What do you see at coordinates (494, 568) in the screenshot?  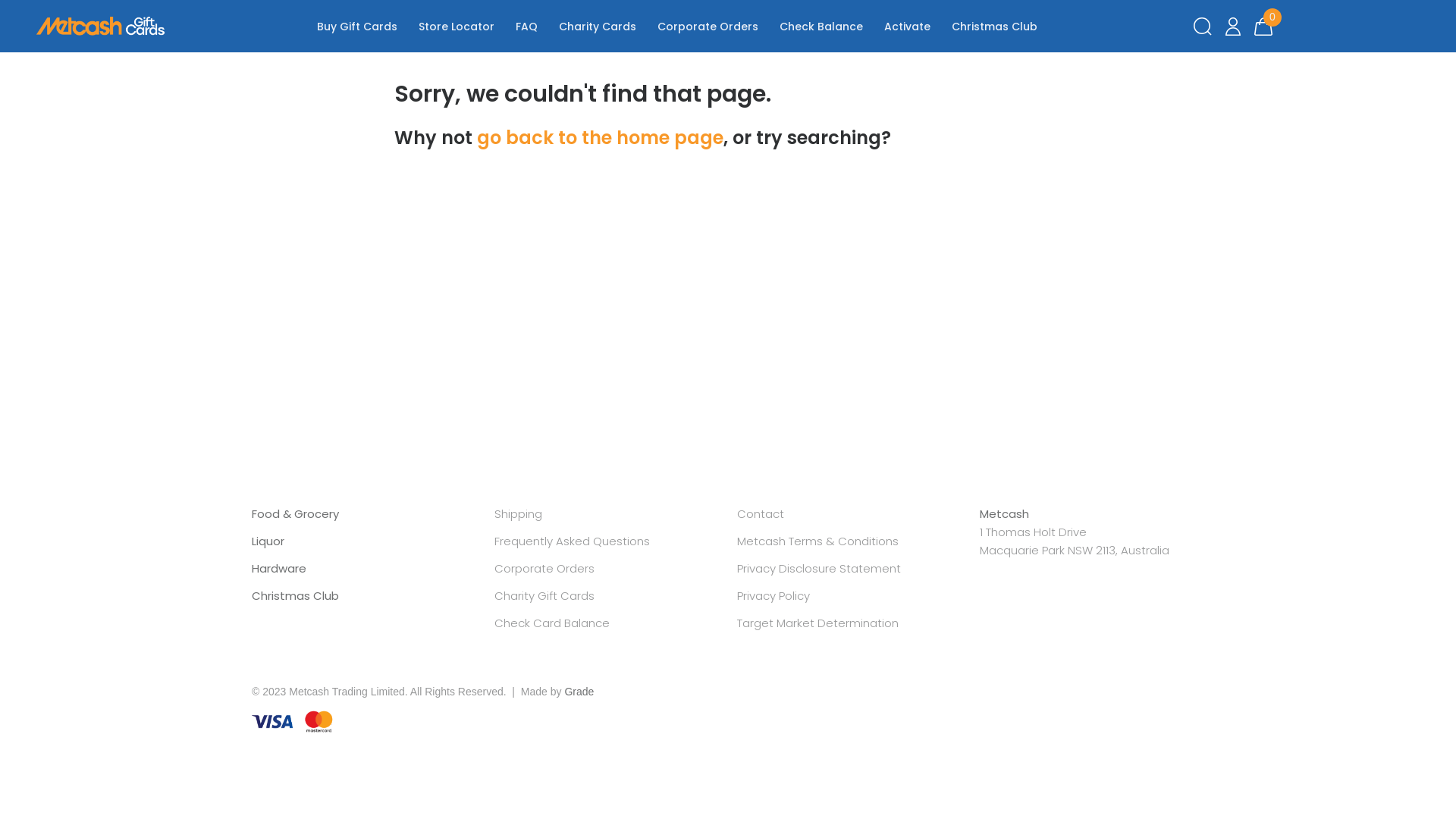 I see `'Corporate Orders'` at bounding box center [494, 568].